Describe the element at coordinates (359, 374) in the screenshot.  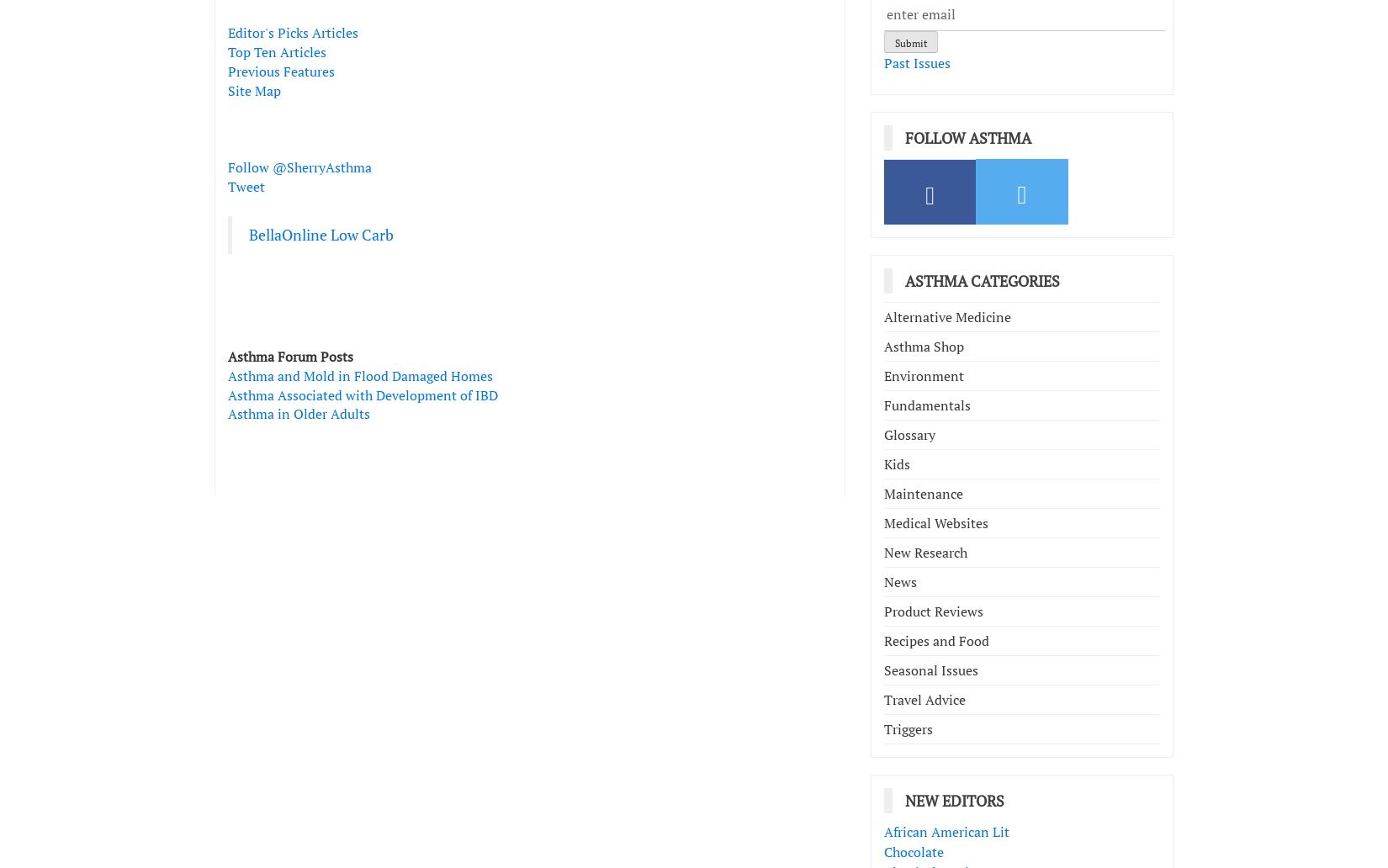
I see `'Asthma and Mold in Flood Damaged Homes'` at that location.